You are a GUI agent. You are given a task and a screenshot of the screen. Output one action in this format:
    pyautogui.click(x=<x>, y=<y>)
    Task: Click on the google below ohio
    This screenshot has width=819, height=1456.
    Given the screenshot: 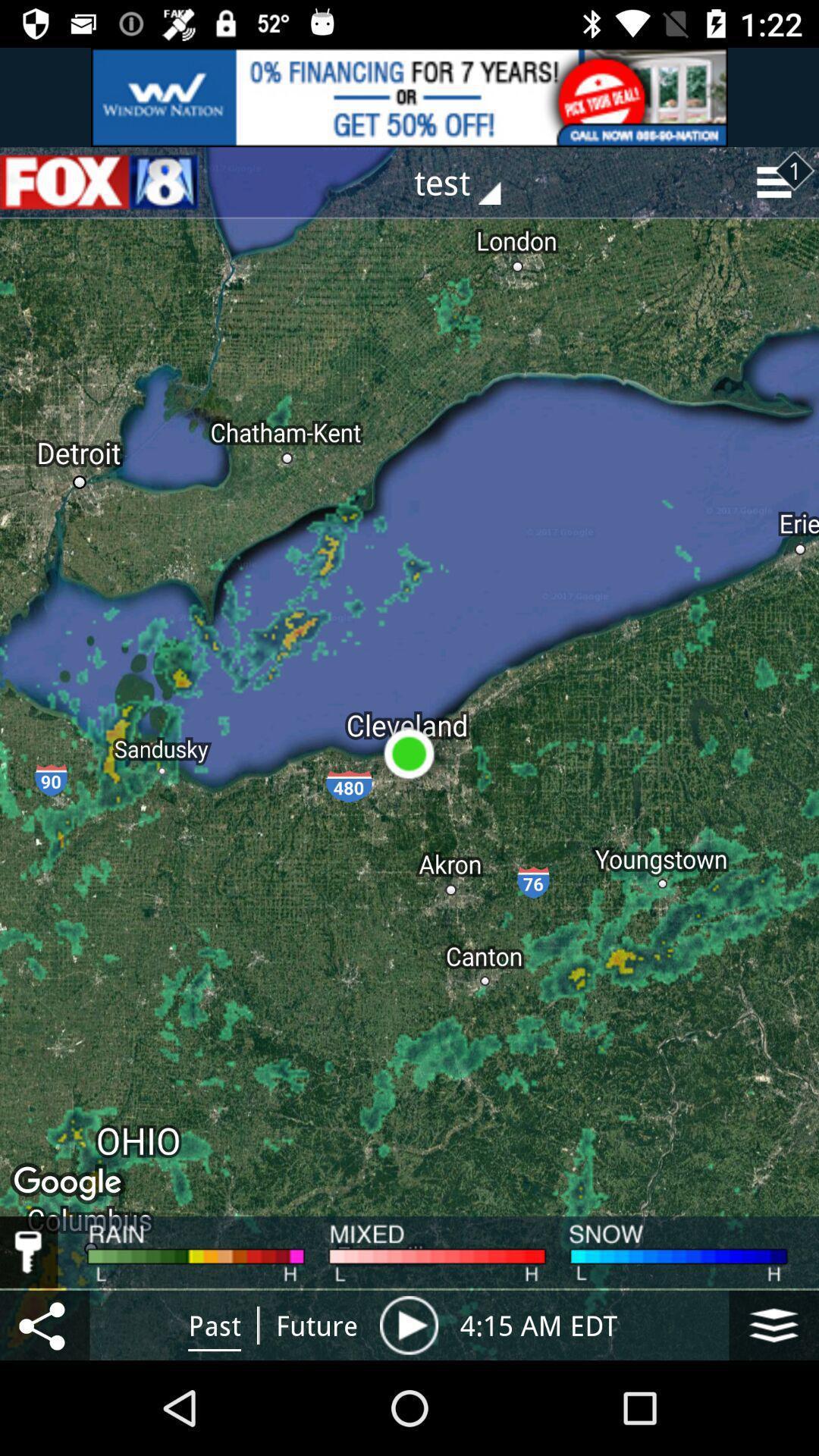 What is the action you would take?
    pyautogui.click(x=70, y=1183)
    